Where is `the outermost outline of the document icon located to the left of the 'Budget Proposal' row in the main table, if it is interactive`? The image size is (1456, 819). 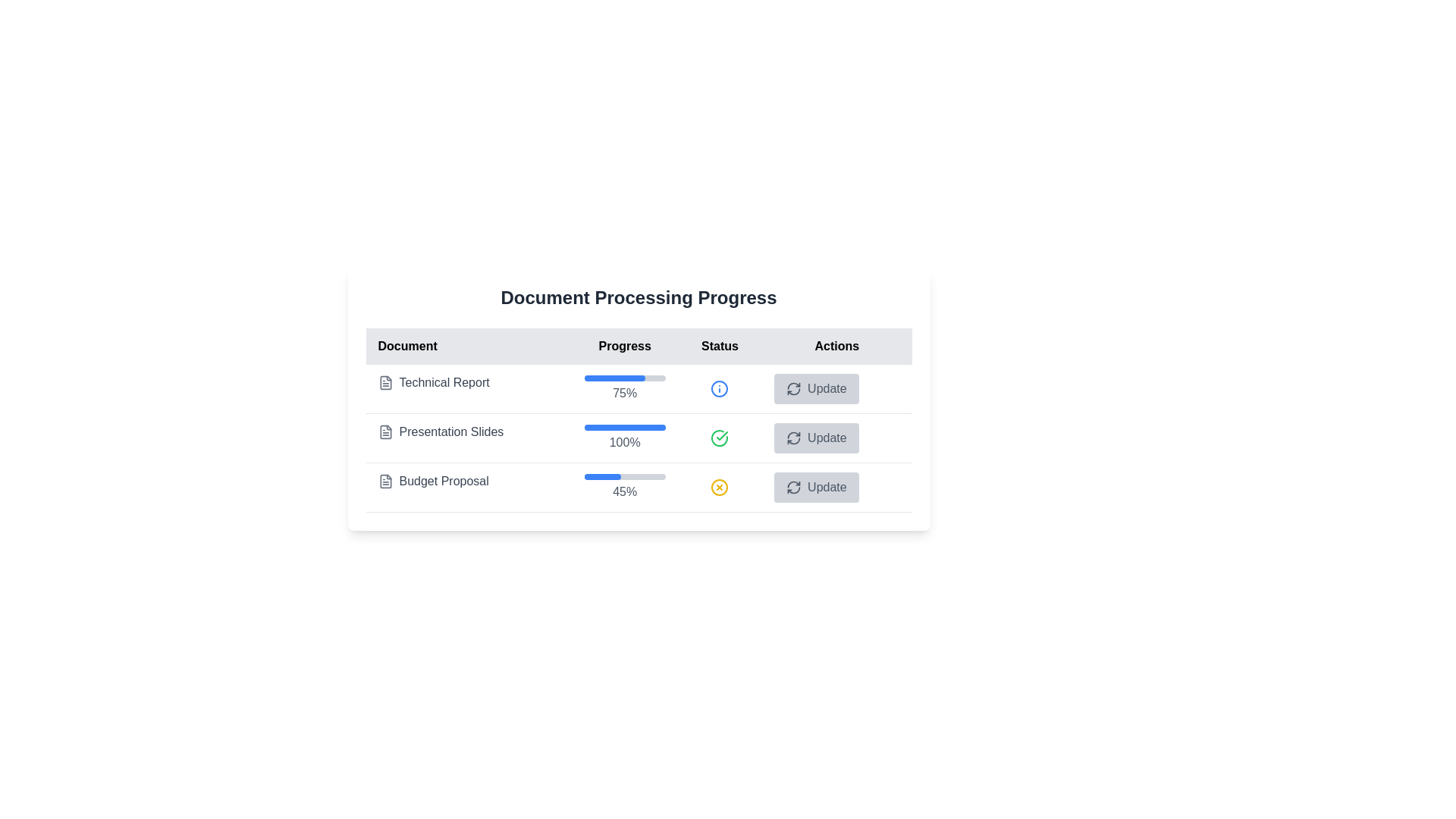
the outermost outline of the document icon located to the left of the 'Budget Proposal' row in the main table, if it is interactive is located at coordinates (385, 482).